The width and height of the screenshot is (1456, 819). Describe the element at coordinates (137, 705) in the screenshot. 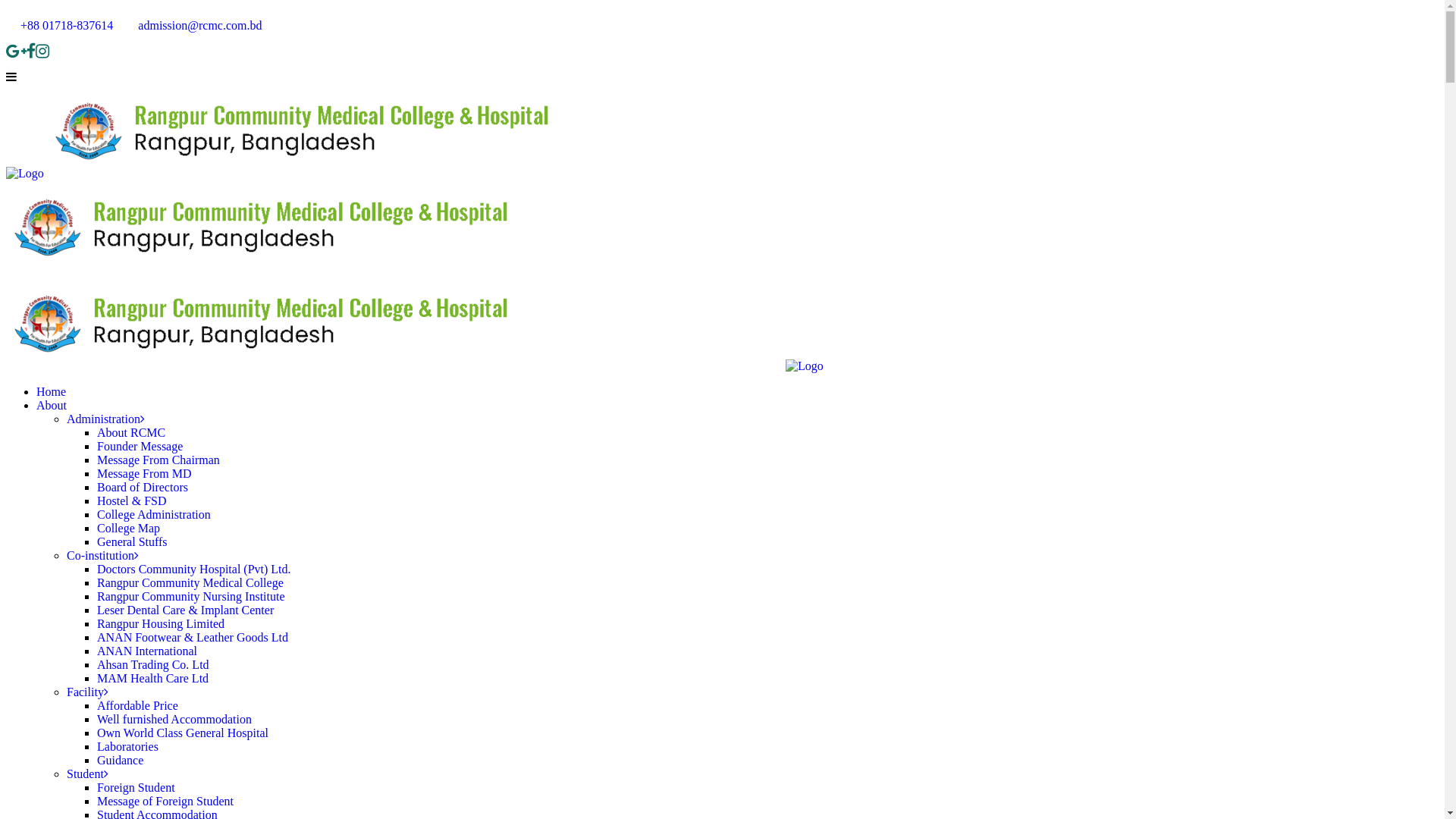

I see `'Affordable Price'` at that location.